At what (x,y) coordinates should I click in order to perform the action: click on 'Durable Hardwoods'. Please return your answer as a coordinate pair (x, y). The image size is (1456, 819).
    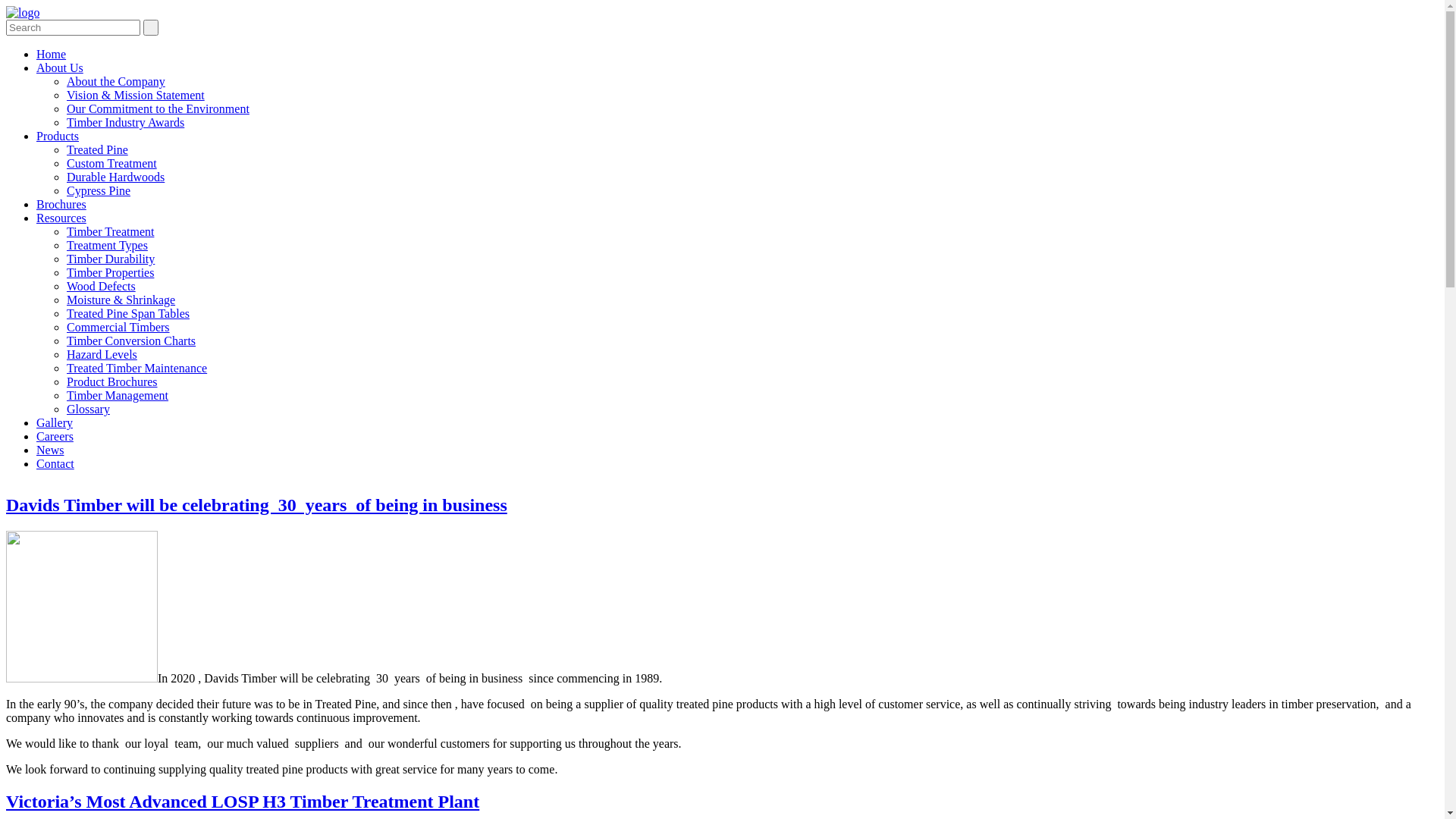
    Looking at the image, I should click on (115, 176).